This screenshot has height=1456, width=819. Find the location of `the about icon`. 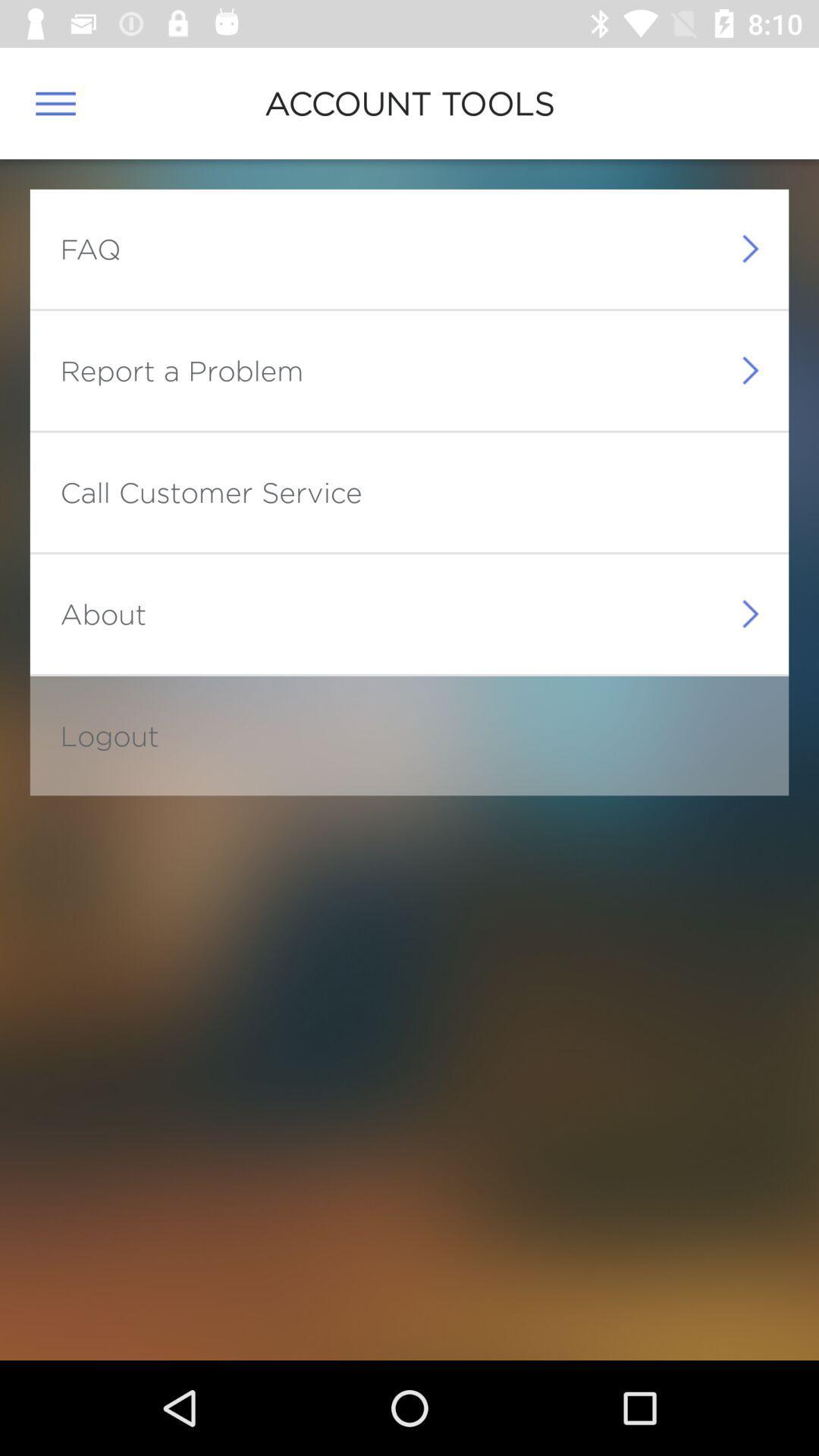

the about icon is located at coordinates (102, 613).